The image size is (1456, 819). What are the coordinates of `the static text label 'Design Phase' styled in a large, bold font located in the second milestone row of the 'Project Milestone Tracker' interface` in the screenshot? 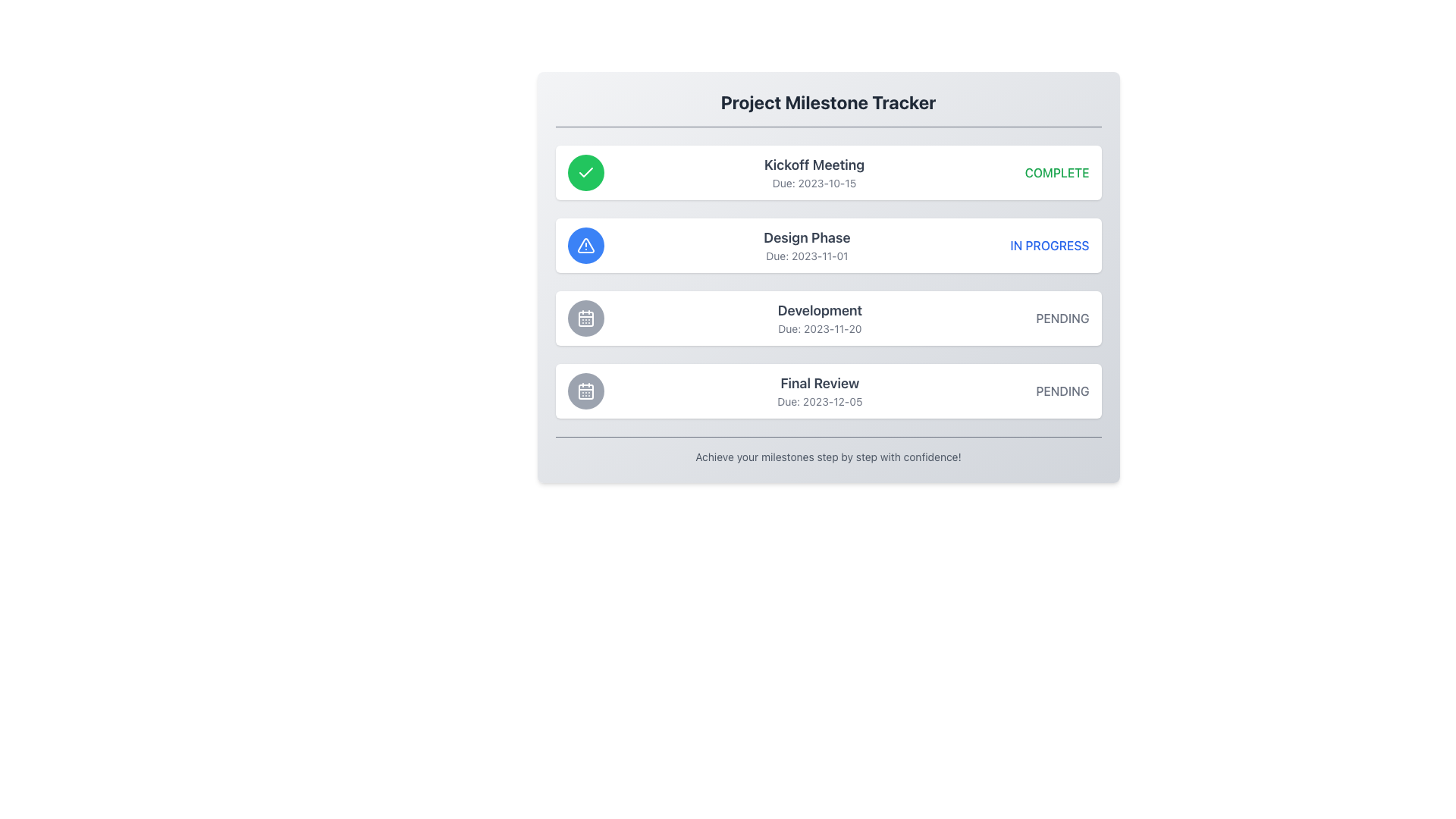 It's located at (806, 237).